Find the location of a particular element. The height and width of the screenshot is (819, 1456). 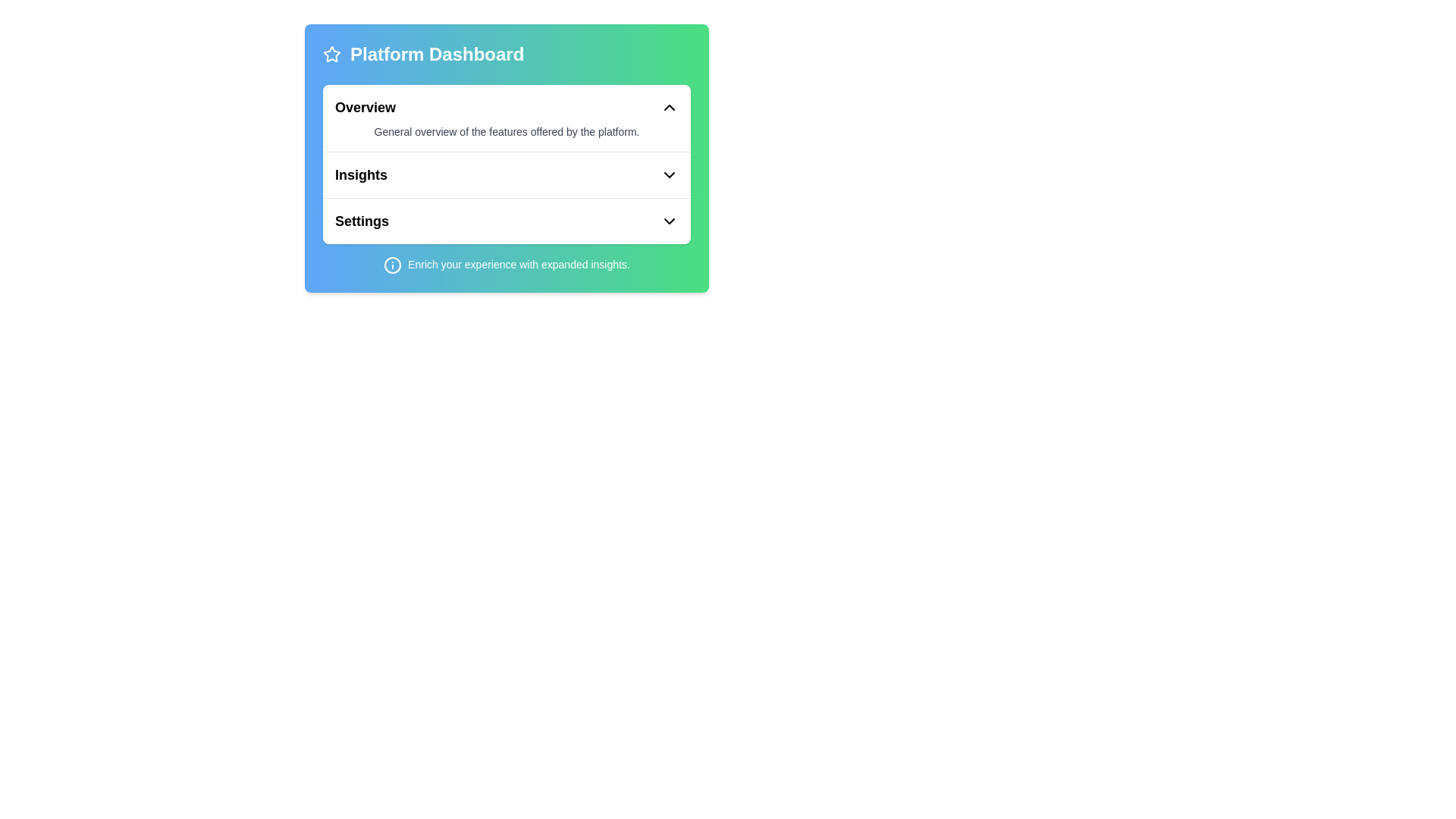

the SVG icon that indicates the 'Settings' section is expandable or collapsible to provide visual feedback is located at coordinates (669, 221).